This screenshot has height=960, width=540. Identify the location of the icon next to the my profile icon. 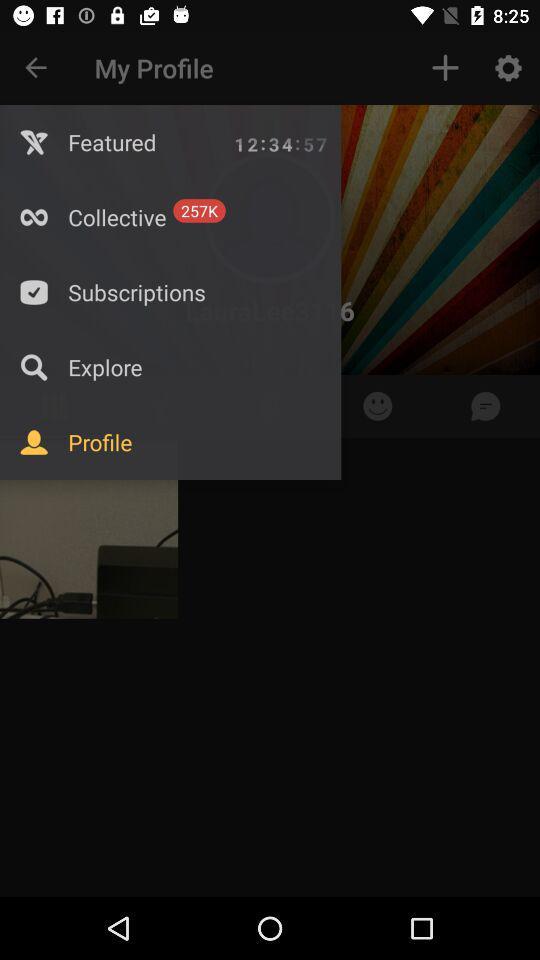
(445, 68).